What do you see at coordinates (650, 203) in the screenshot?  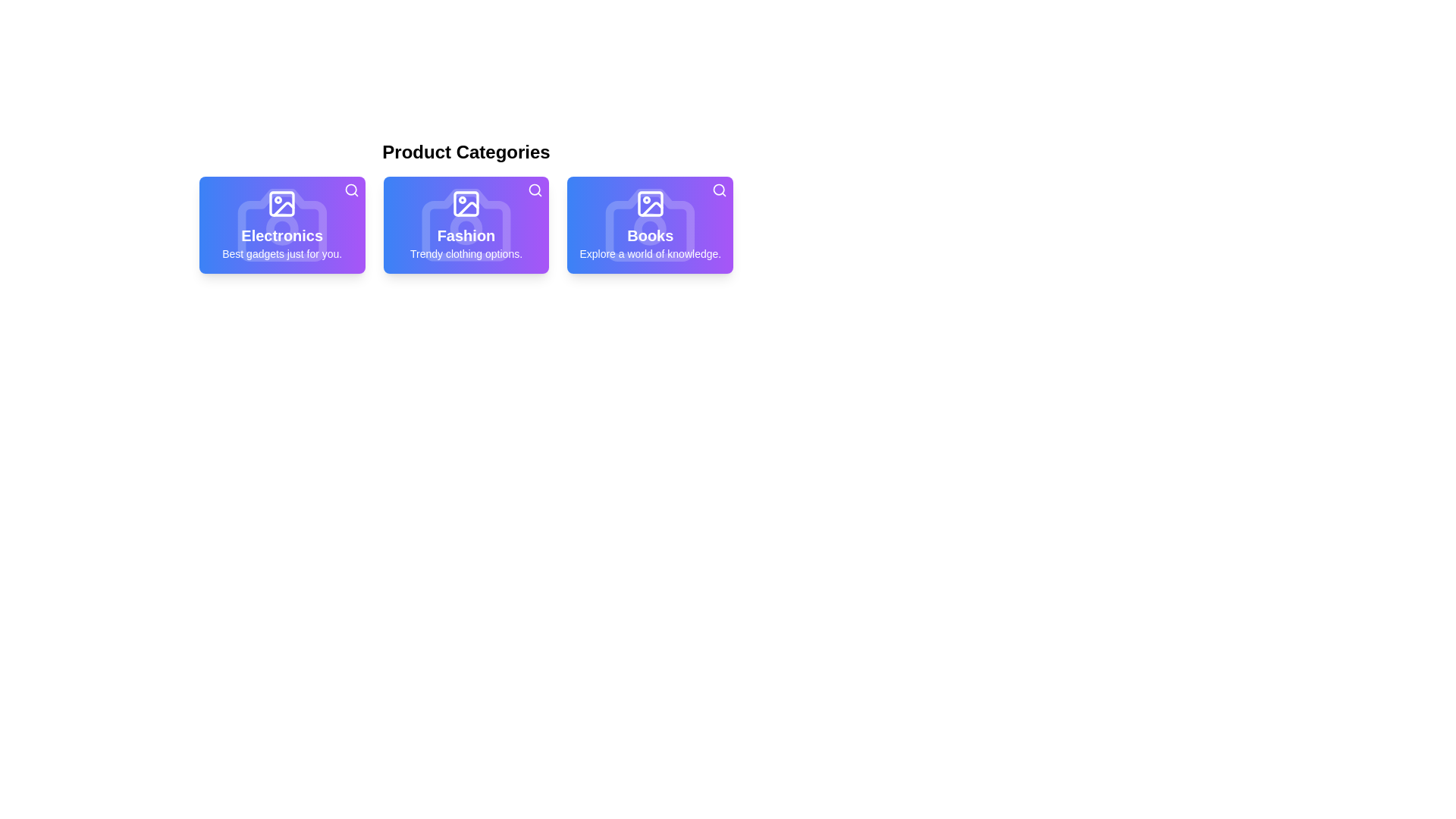 I see `the 'Books' category icon located at the top-middle of the 'Books' card in the 'Product Categories' section, which visually represents the category of 'Books'` at bounding box center [650, 203].